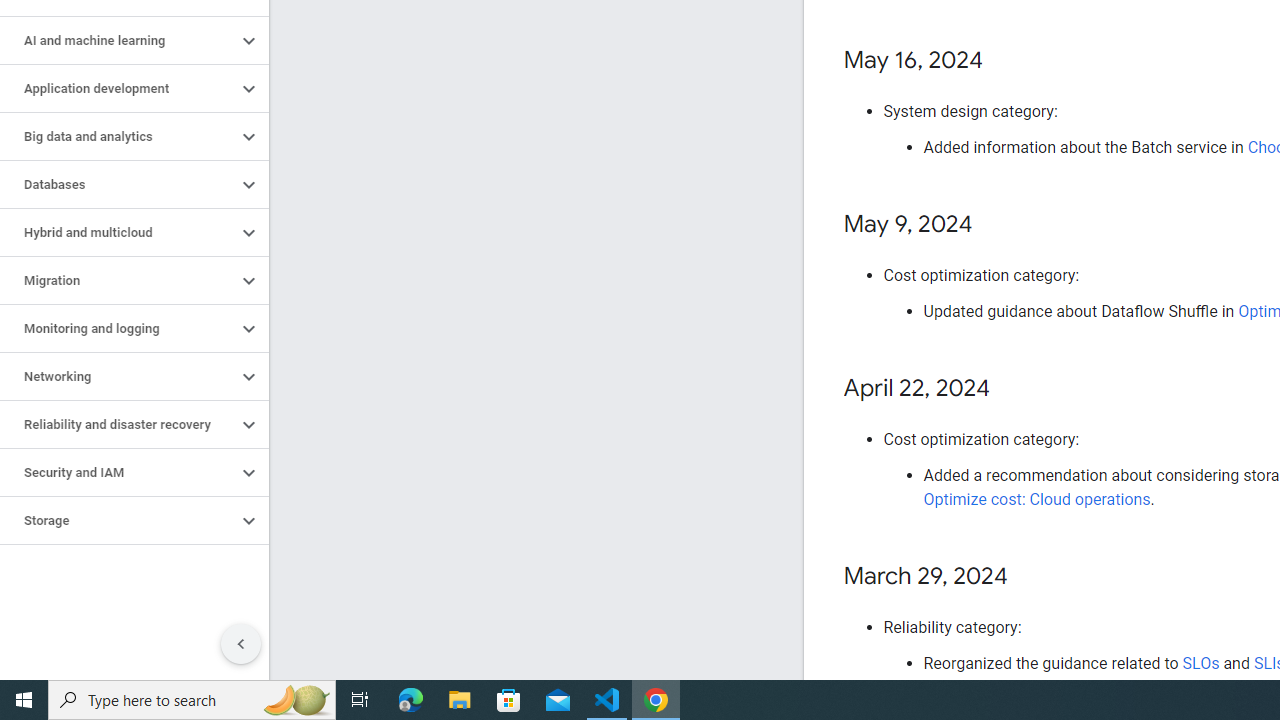 The height and width of the screenshot is (720, 1280). What do you see at coordinates (240, 644) in the screenshot?
I see `'Hide side navigation'` at bounding box center [240, 644].